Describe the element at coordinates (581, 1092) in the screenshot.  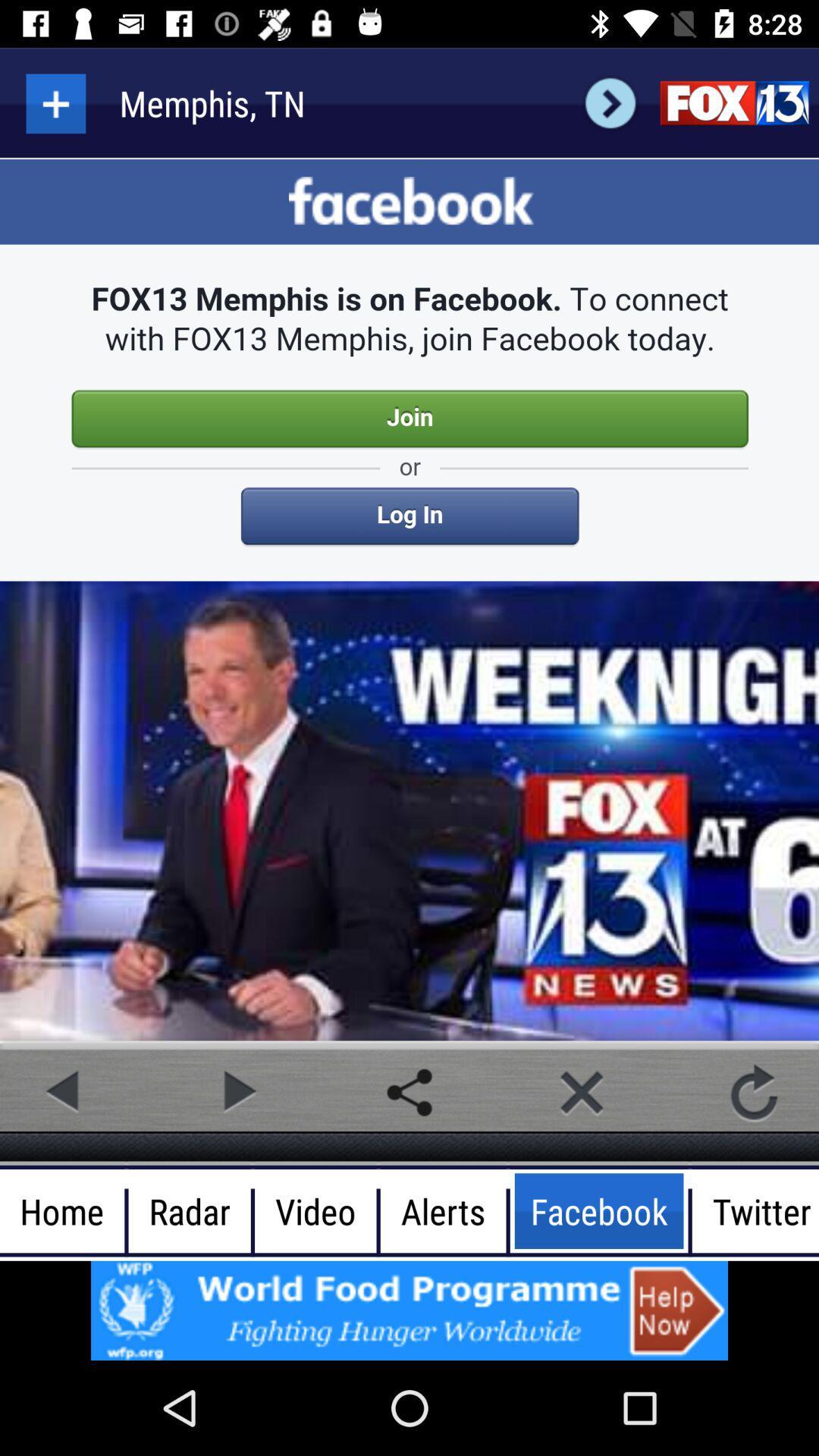
I see `close option` at that location.